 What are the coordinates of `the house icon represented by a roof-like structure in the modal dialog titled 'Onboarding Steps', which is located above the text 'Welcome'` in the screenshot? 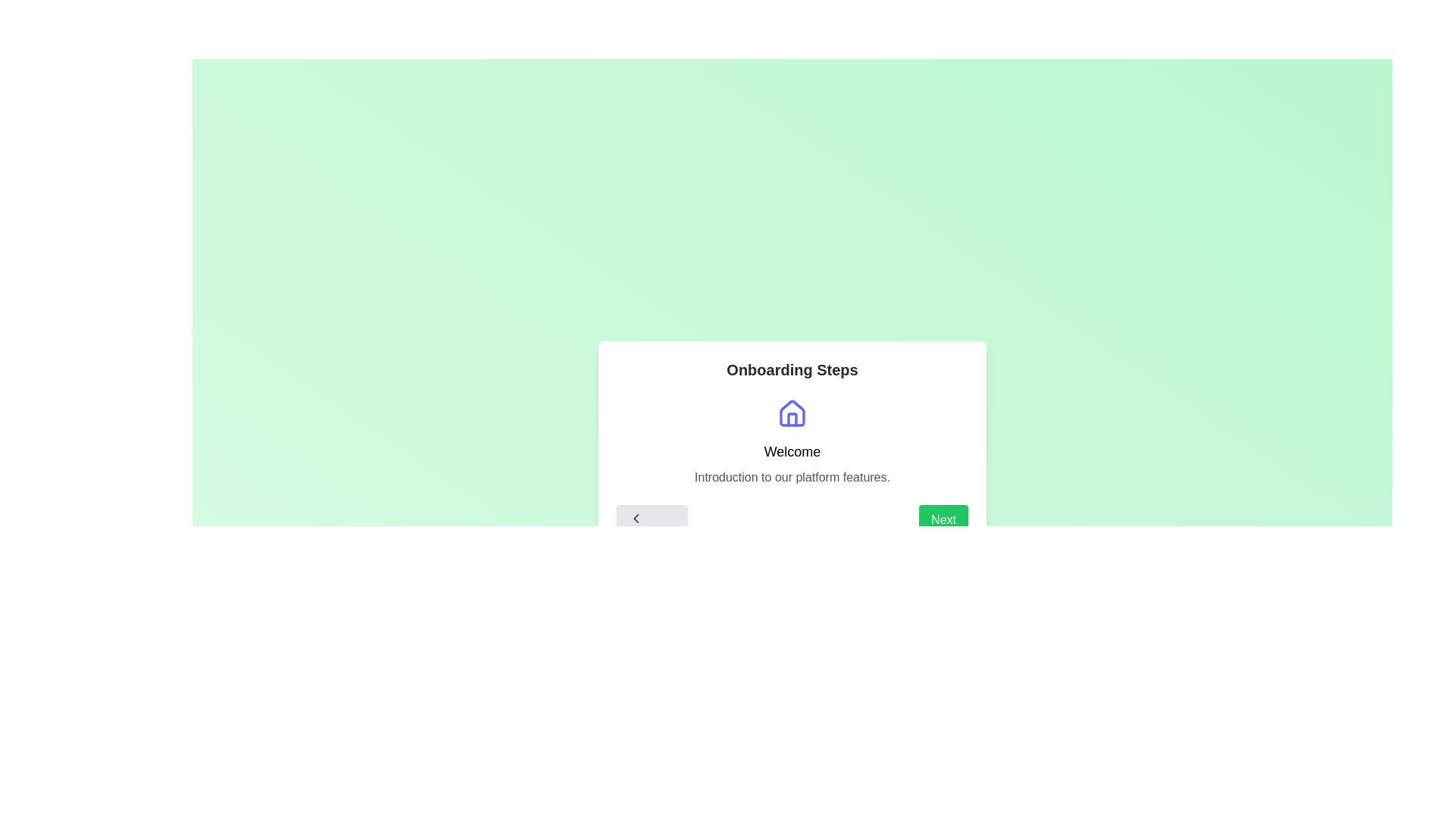 It's located at (792, 413).